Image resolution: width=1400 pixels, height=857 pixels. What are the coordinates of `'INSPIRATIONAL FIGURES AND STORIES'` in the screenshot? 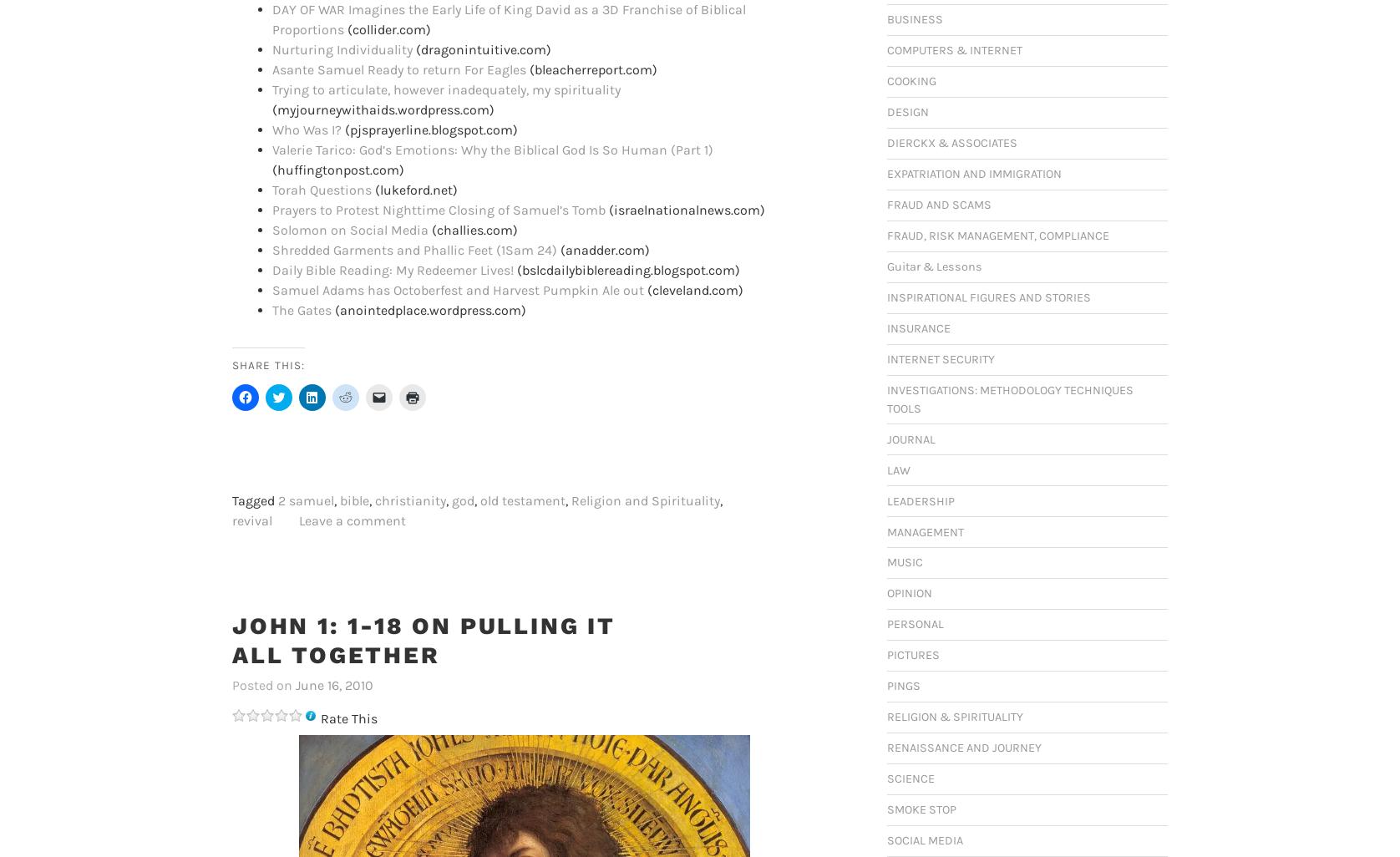 It's located at (987, 297).